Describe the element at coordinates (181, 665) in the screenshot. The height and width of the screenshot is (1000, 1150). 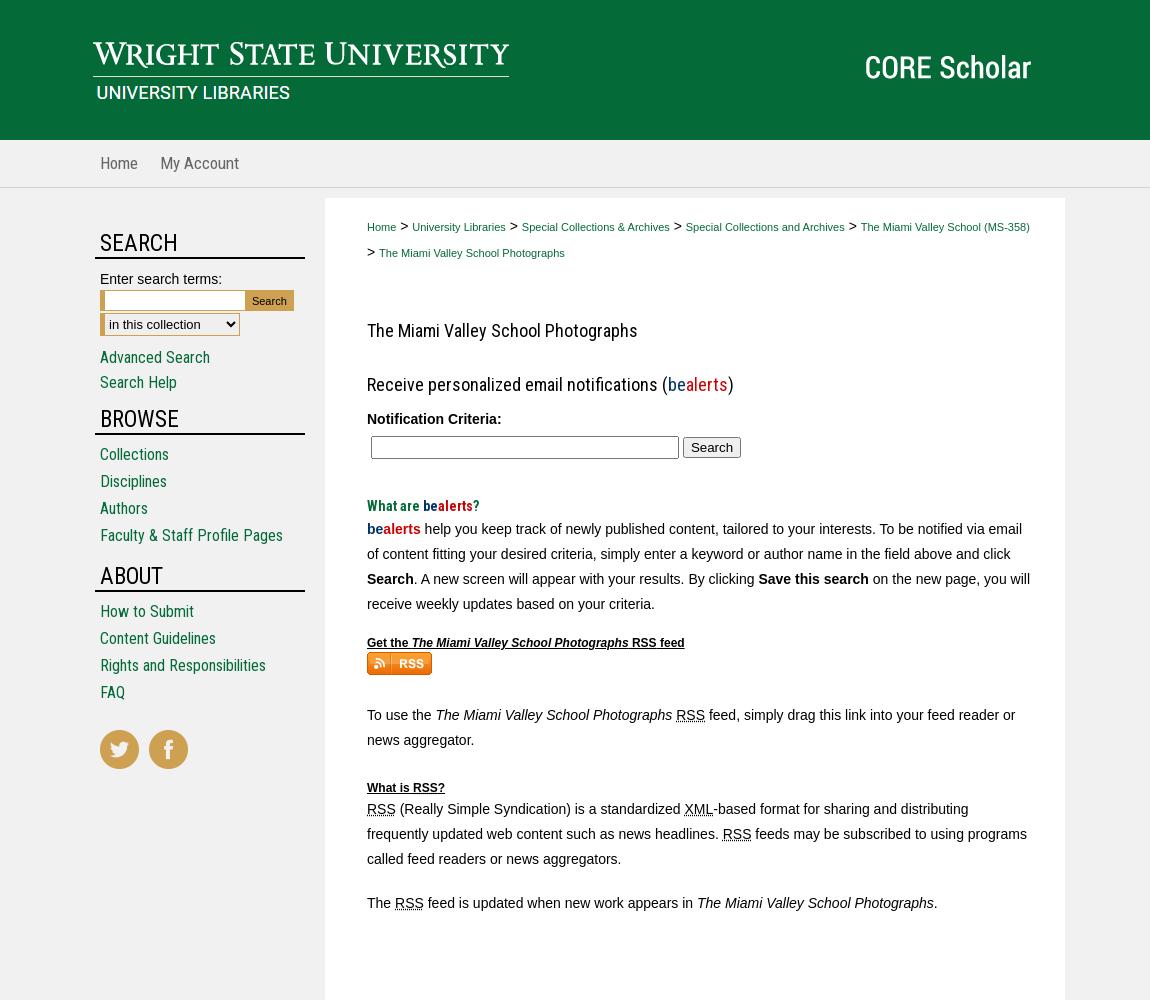
I see `'Rights and Responsibilities'` at that location.